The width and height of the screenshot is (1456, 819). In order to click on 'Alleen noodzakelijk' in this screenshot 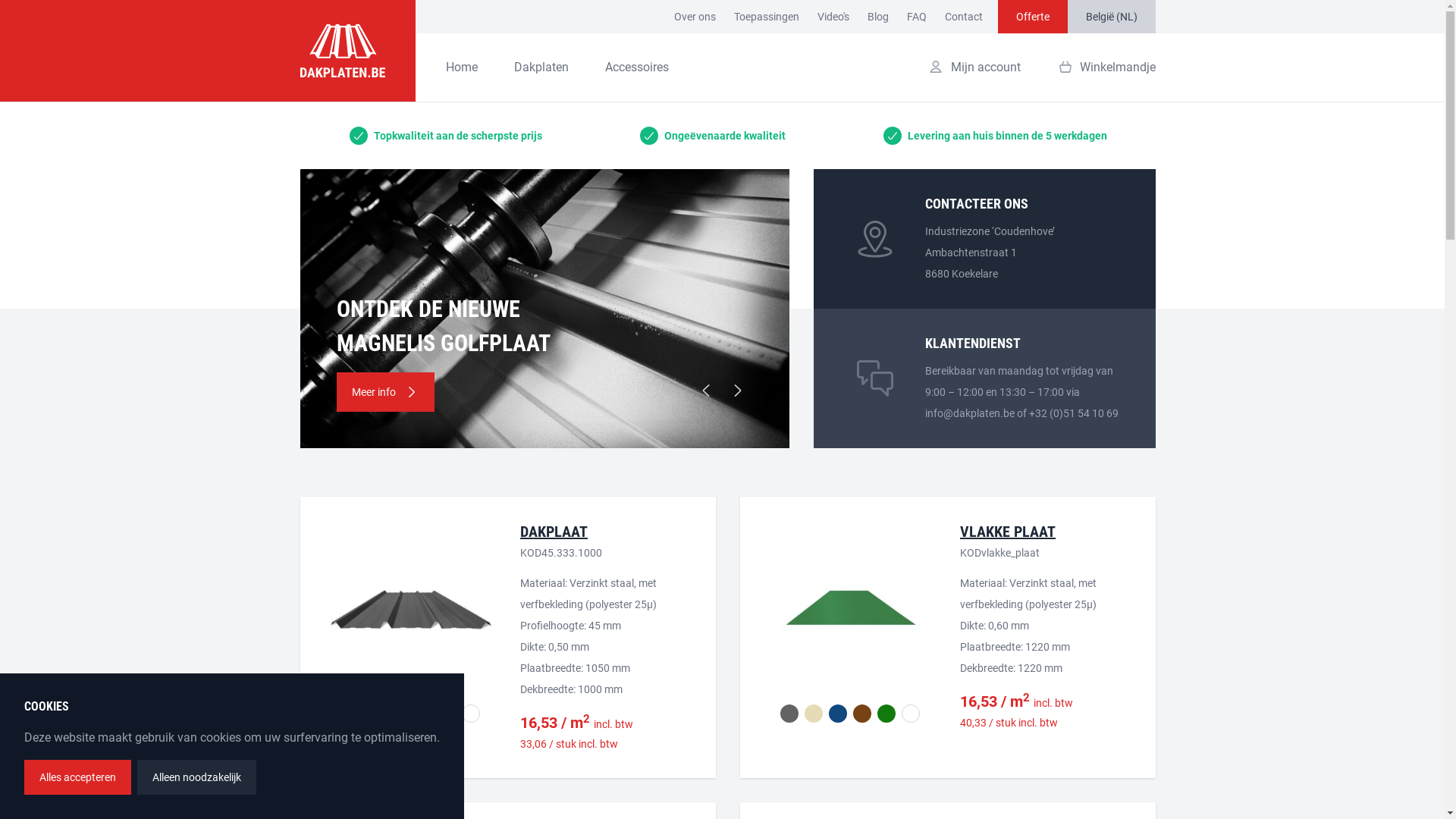, I will do `click(196, 777)`.